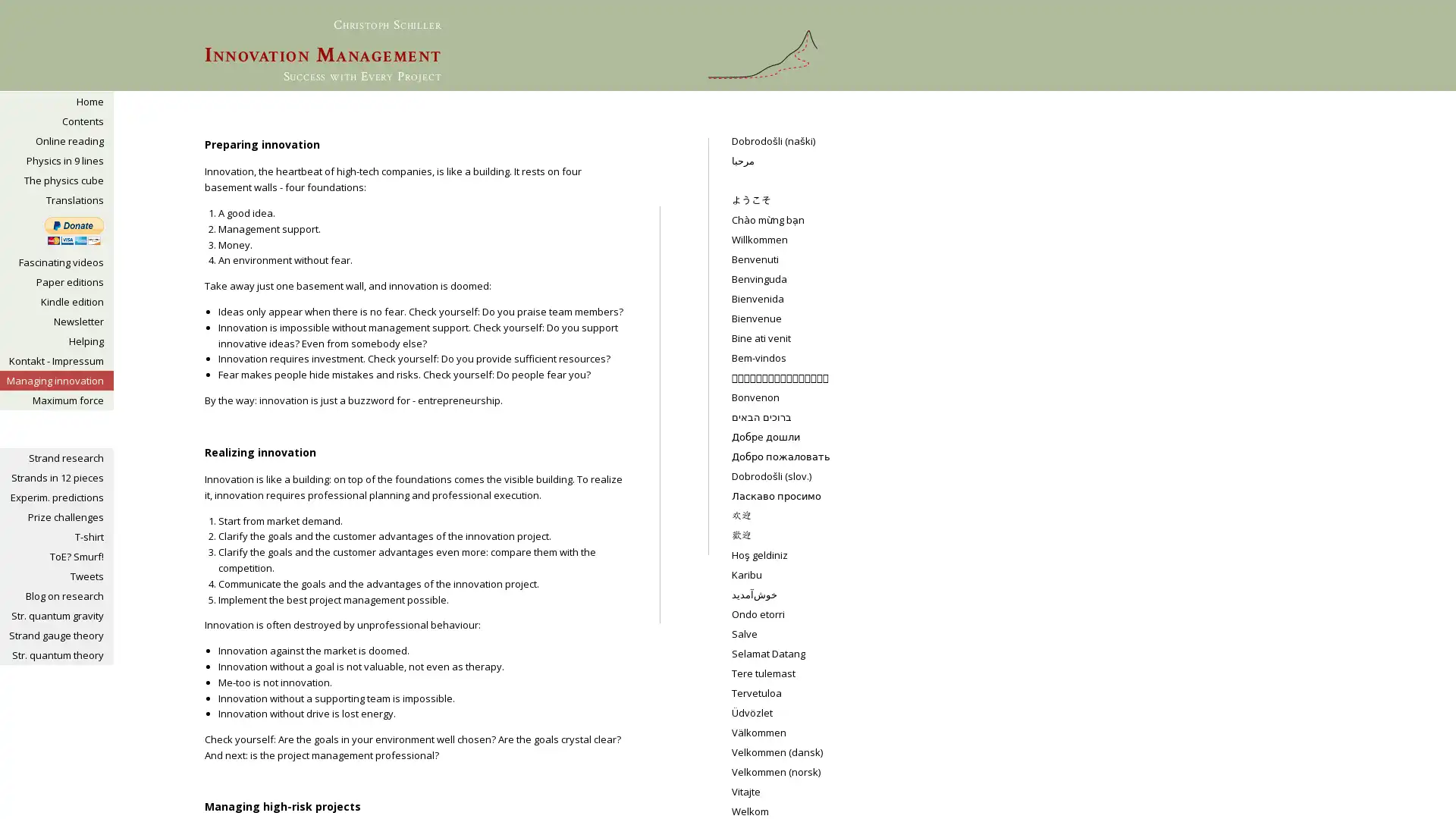 This screenshot has height=819, width=1456. I want to click on | Donate Button |, so click(73, 231).